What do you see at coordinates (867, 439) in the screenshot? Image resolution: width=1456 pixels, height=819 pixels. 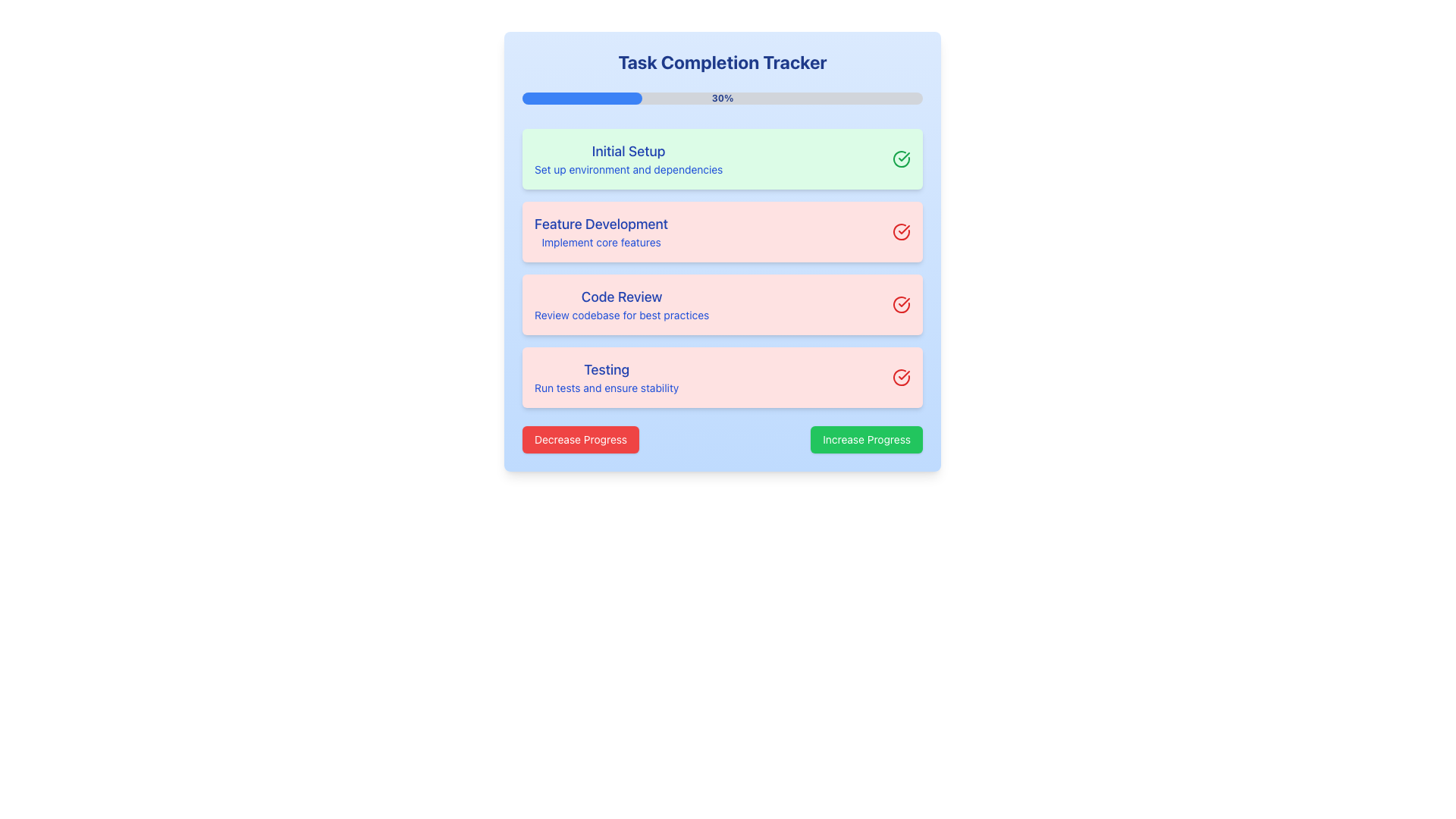 I see `the button that increases the progress of a task, located at the bottom-right corner of the interface, adjacent to the red 'Decrease Progress' button` at bounding box center [867, 439].